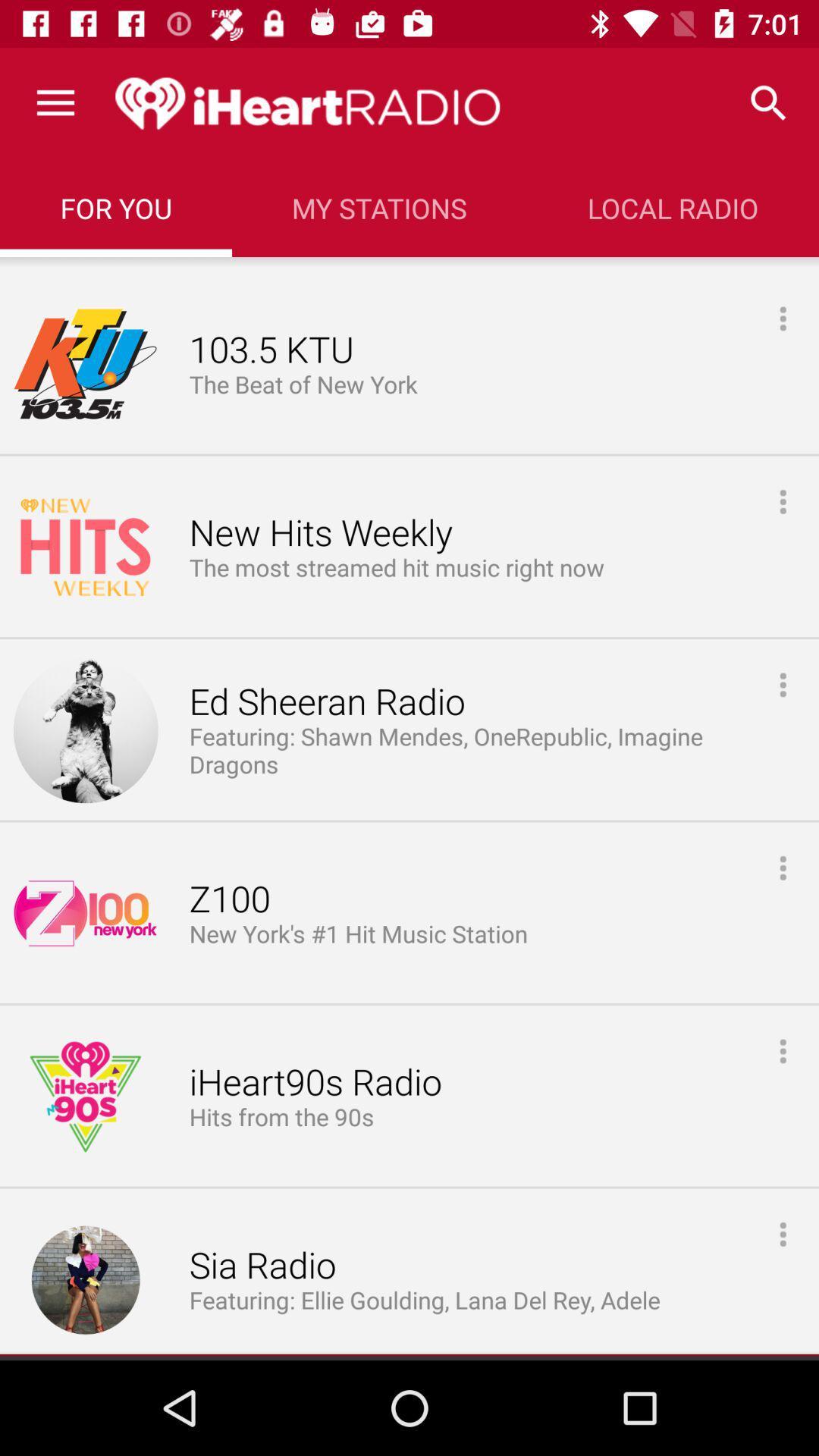 The width and height of the screenshot is (819, 1456). What do you see at coordinates (115, 207) in the screenshot?
I see `icon to the left of the my stations` at bounding box center [115, 207].